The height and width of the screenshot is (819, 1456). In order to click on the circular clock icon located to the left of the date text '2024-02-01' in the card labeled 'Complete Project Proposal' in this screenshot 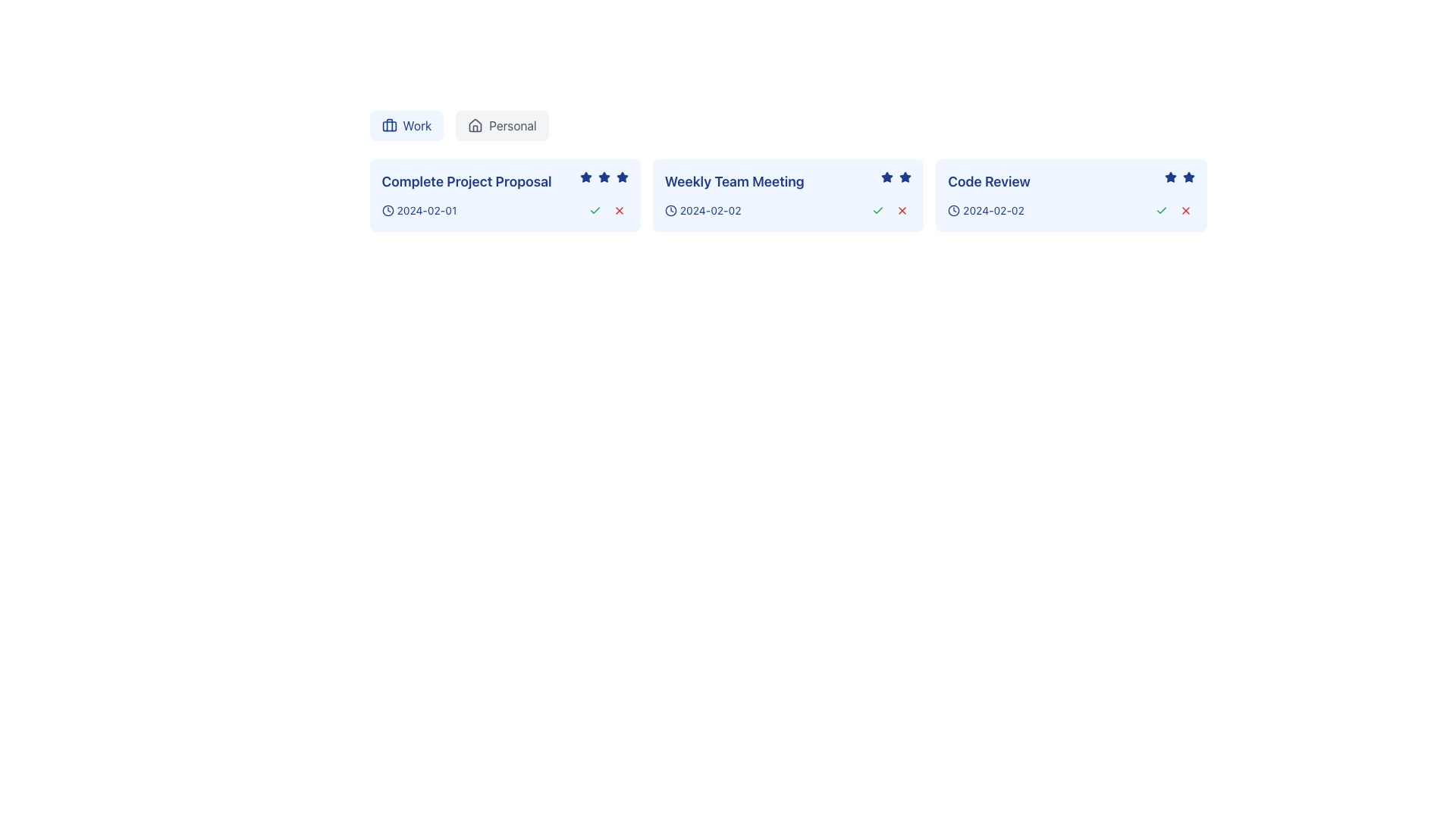, I will do `click(388, 210)`.